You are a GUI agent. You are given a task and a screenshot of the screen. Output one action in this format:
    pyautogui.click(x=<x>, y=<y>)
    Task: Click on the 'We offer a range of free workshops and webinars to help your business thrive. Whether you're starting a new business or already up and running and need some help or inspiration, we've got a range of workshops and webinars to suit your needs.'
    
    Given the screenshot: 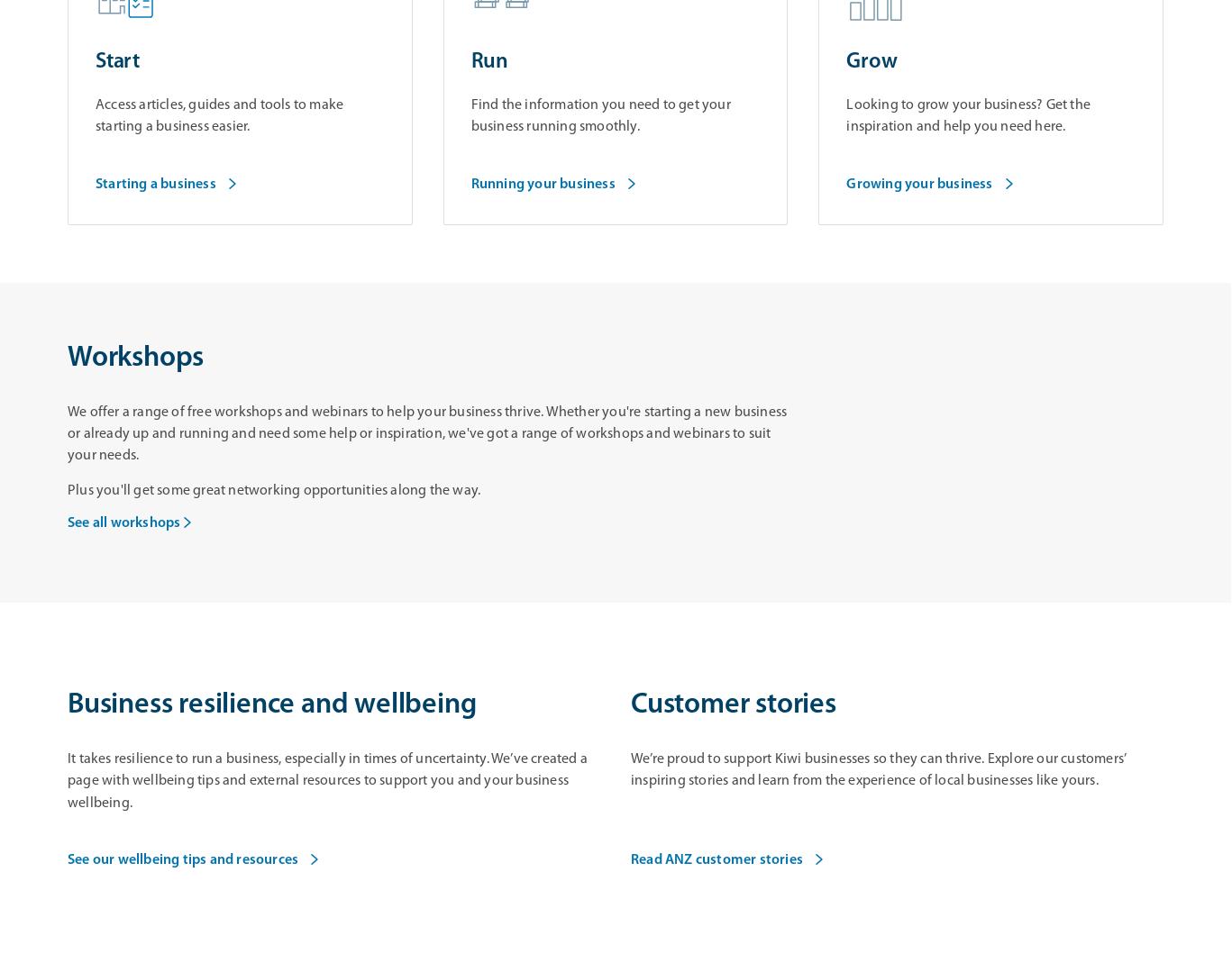 What is the action you would take?
    pyautogui.click(x=68, y=433)
    